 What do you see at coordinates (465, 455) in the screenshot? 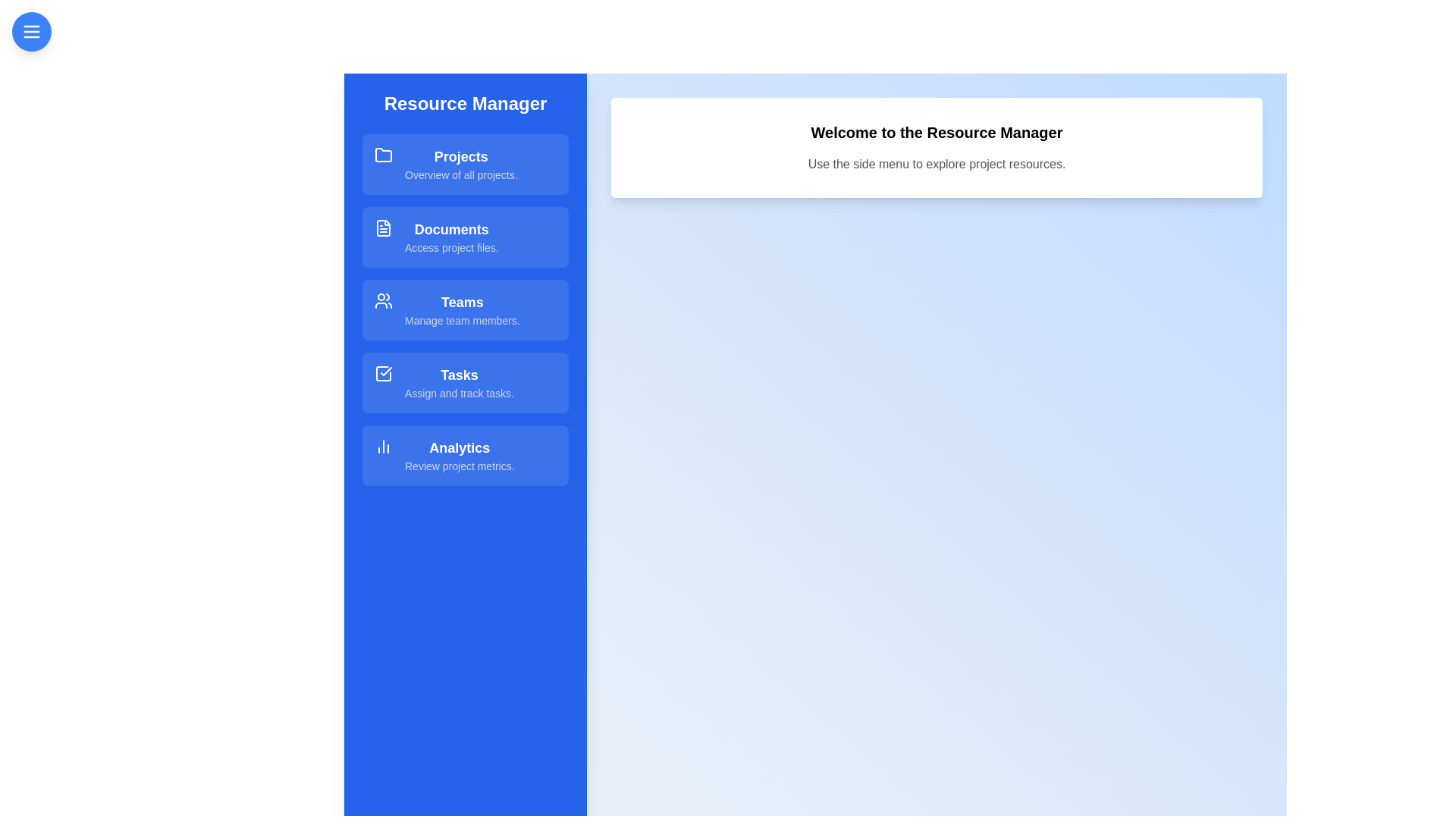
I see `the resource item Analytics to explore its hover effect` at bounding box center [465, 455].